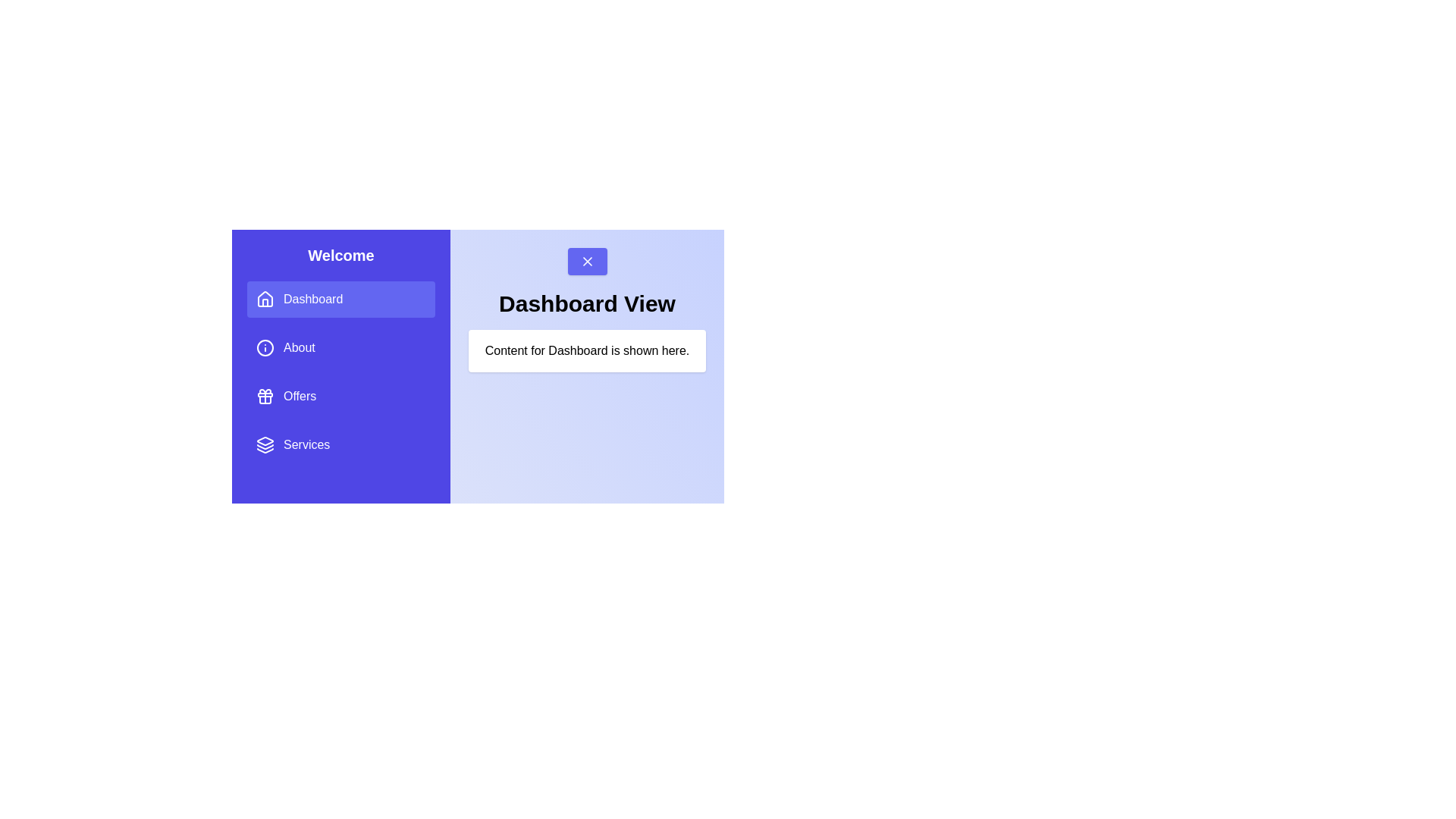 The image size is (1456, 819). What do you see at coordinates (340, 348) in the screenshot?
I see `the menu item About to change the displayed content` at bounding box center [340, 348].